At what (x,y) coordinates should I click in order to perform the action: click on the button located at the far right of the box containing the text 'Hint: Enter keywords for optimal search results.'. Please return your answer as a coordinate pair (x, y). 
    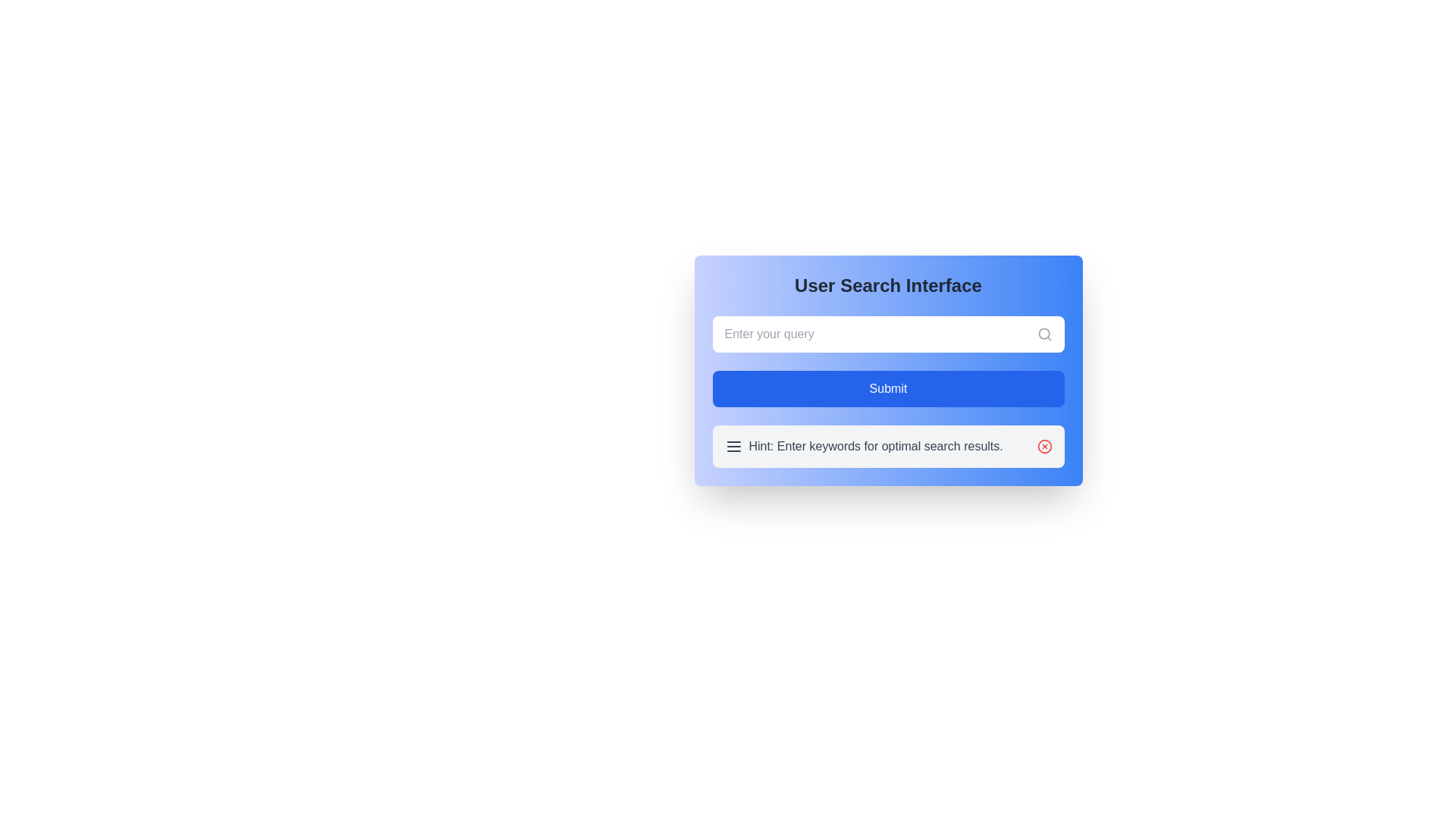
    Looking at the image, I should click on (1043, 446).